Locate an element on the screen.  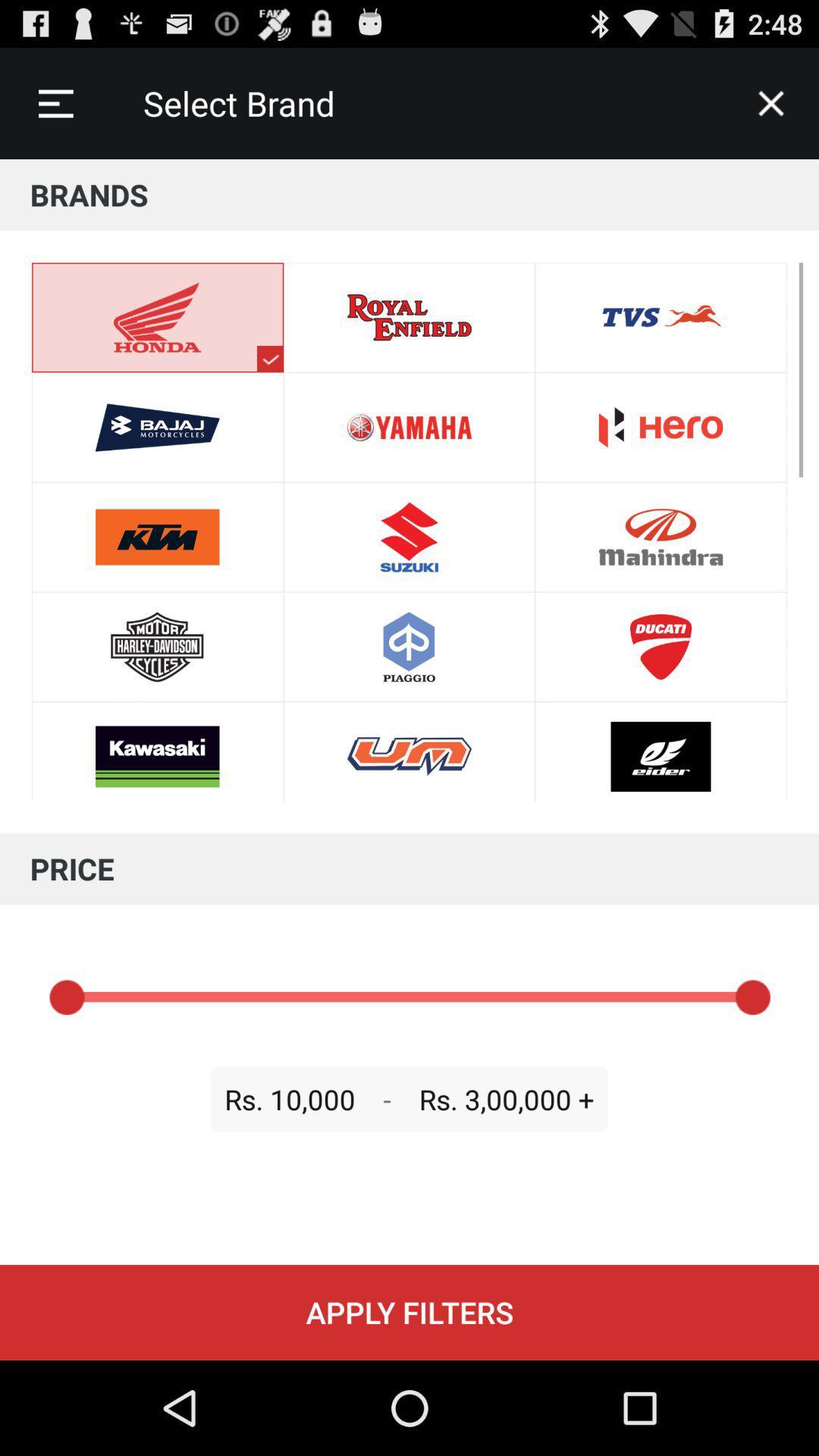
the third logo below brands is located at coordinates (158, 537).